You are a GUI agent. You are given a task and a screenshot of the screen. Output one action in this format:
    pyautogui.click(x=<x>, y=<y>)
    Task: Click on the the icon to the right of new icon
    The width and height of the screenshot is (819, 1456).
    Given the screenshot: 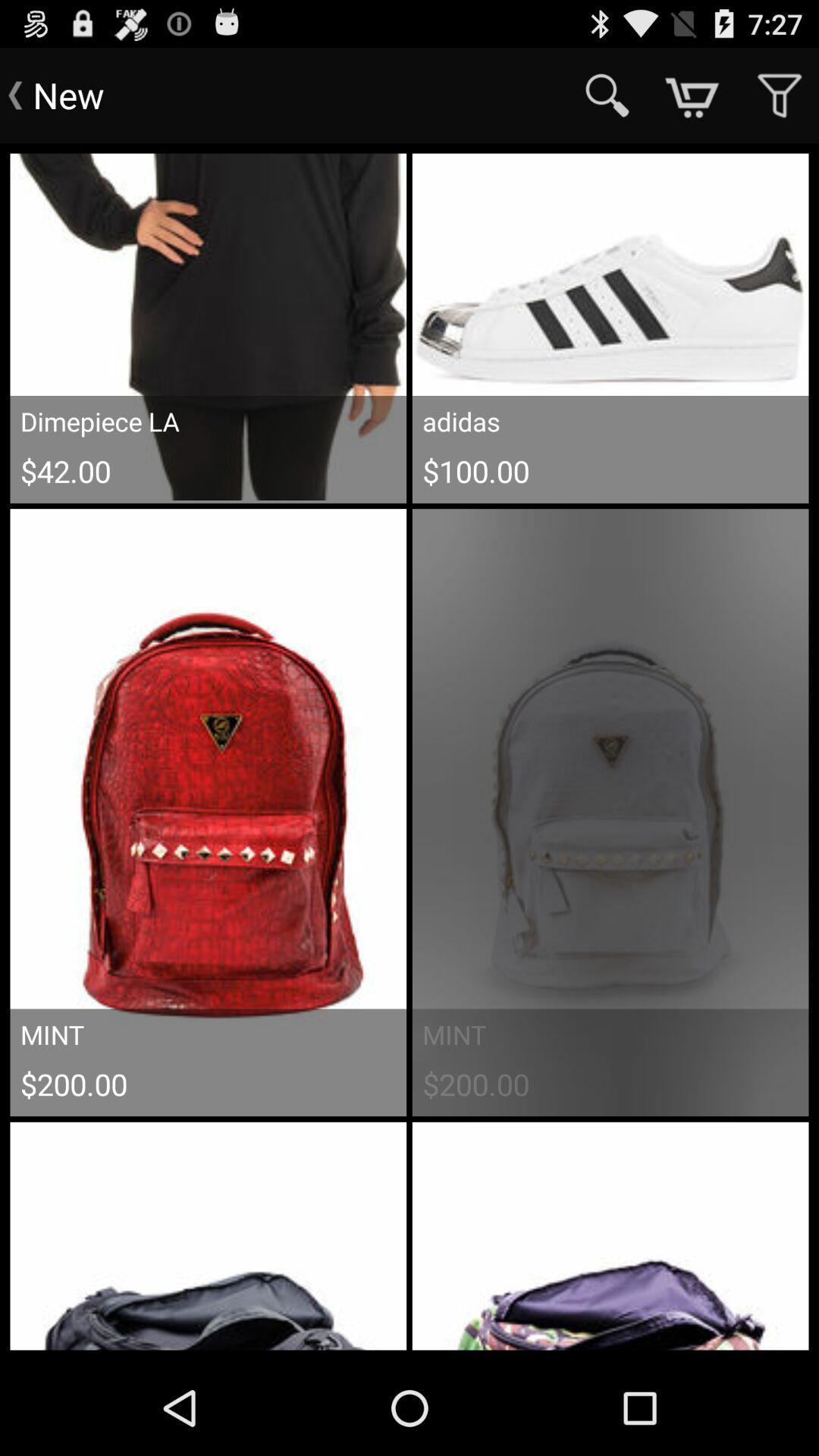 What is the action you would take?
    pyautogui.click(x=607, y=94)
    